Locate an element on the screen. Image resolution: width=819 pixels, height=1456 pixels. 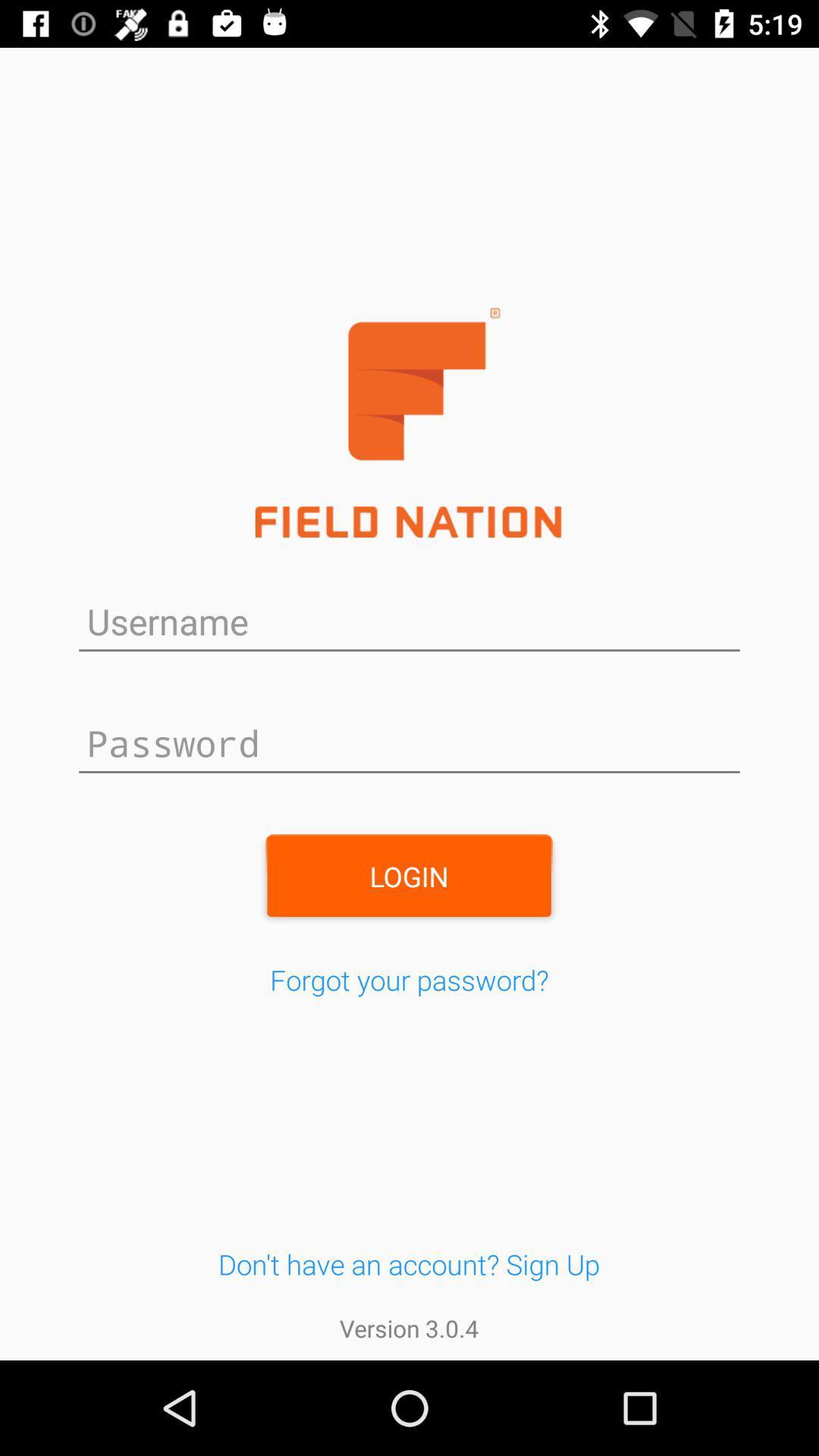
icon above the forgot your password? icon is located at coordinates (408, 876).